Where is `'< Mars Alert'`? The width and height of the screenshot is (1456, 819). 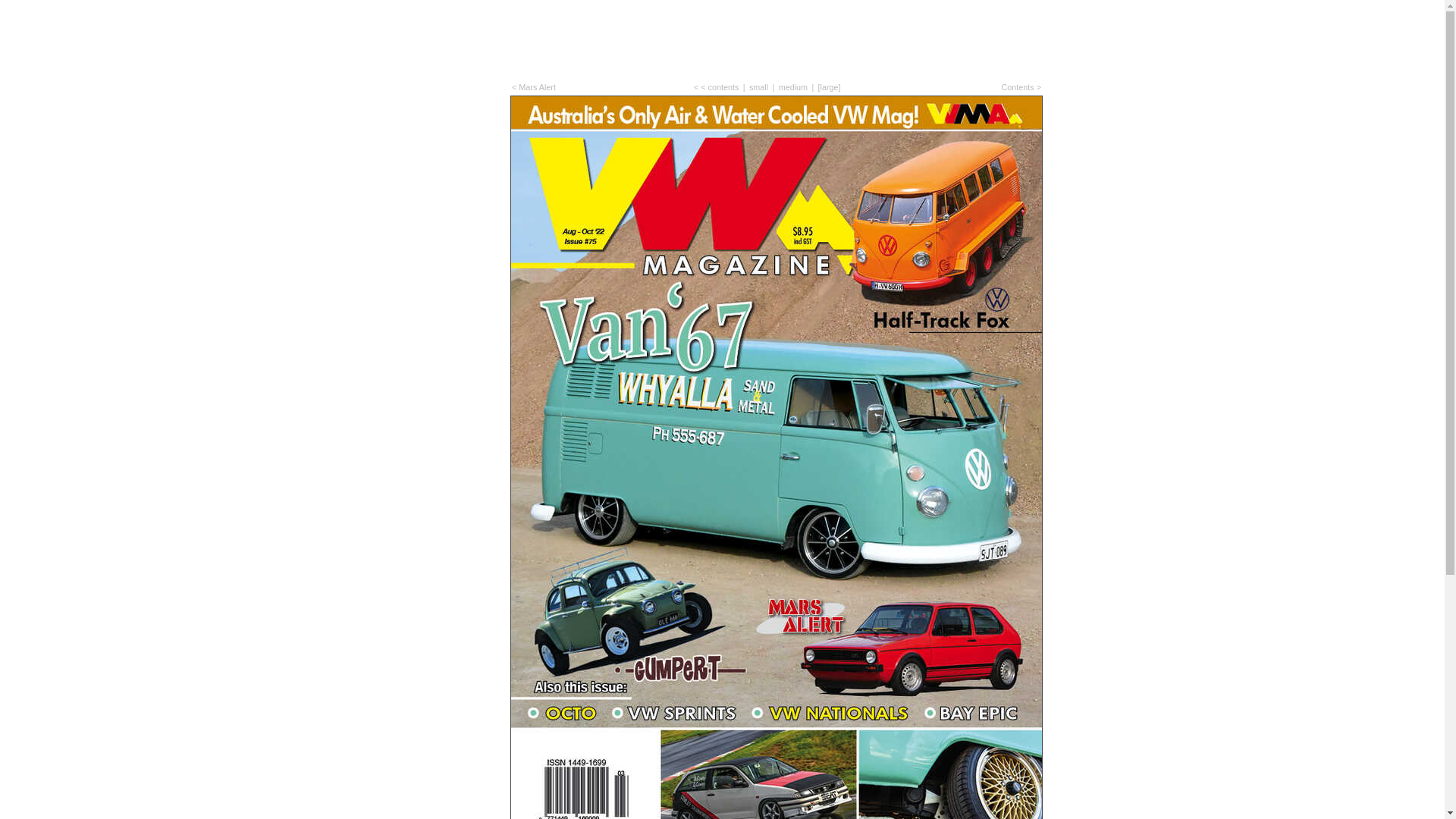
'< Mars Alert' is located at coordinates (534, 87).